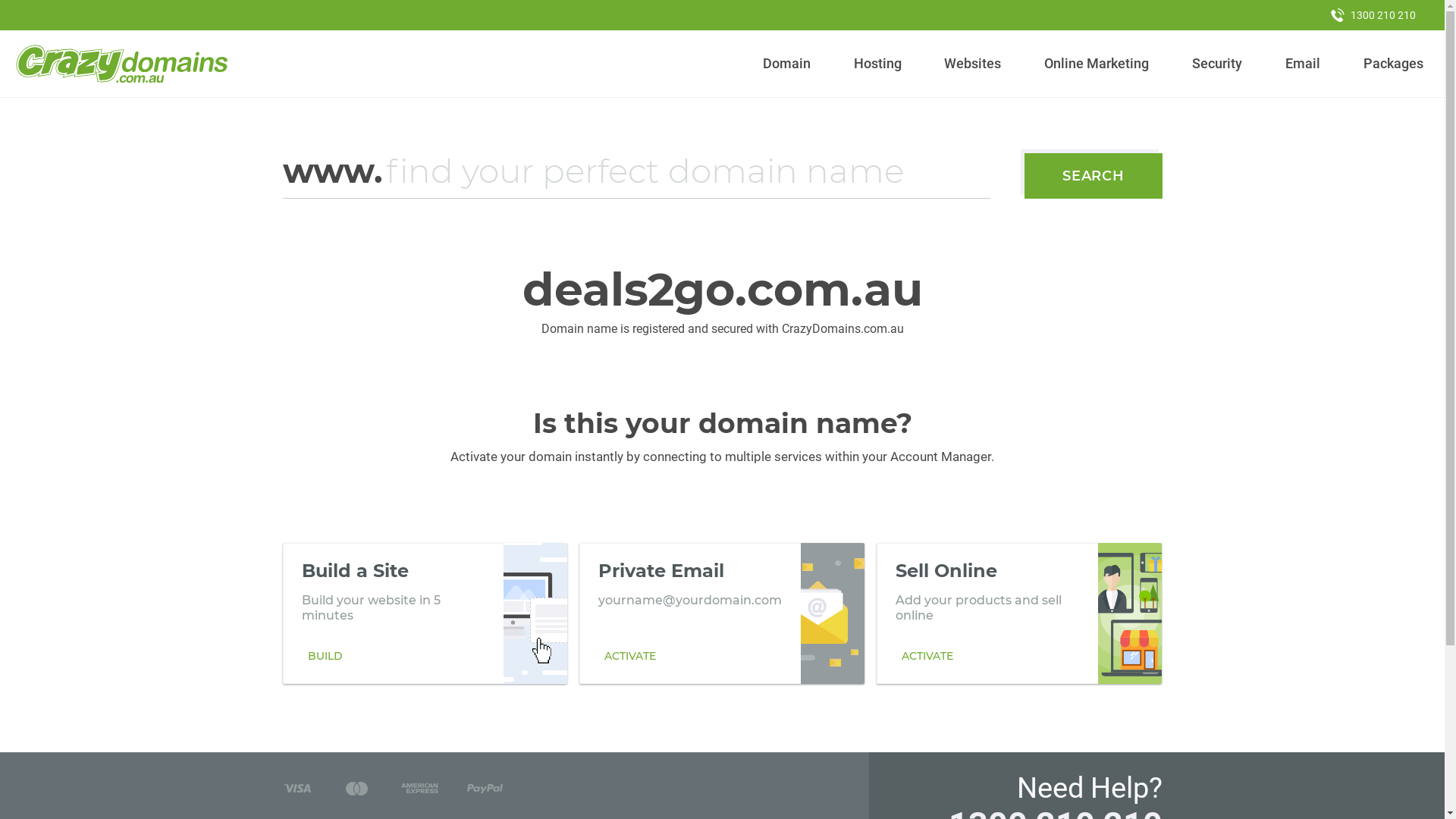 The width and height of the screenshot is (1456, 819). I want to click on 'Security', so click(1217, 63).